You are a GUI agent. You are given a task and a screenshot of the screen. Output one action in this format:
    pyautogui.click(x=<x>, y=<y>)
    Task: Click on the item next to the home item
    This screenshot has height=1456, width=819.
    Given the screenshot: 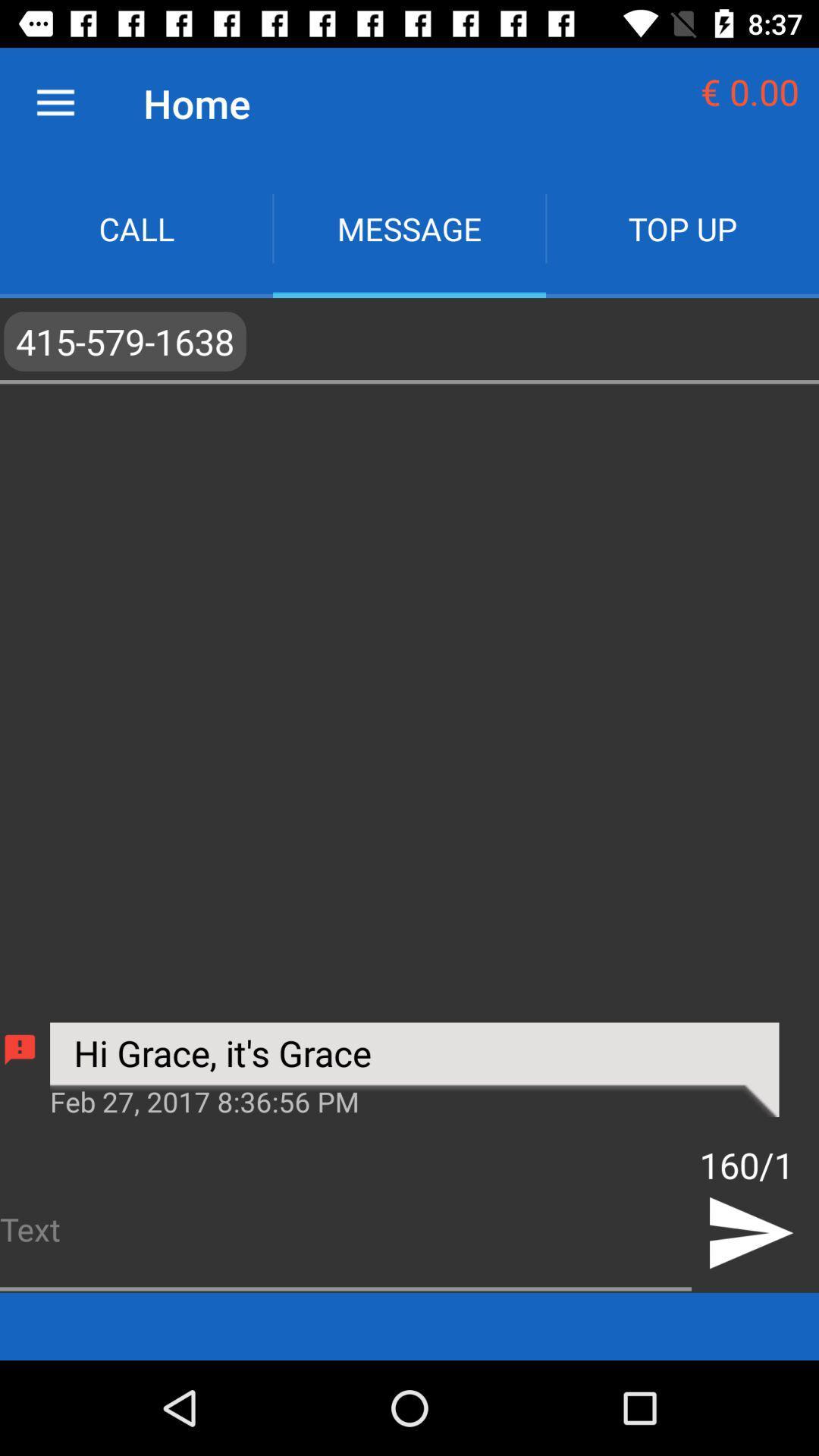 What is the action you would take?
    pyautogui.click(x=55, y=102)
    